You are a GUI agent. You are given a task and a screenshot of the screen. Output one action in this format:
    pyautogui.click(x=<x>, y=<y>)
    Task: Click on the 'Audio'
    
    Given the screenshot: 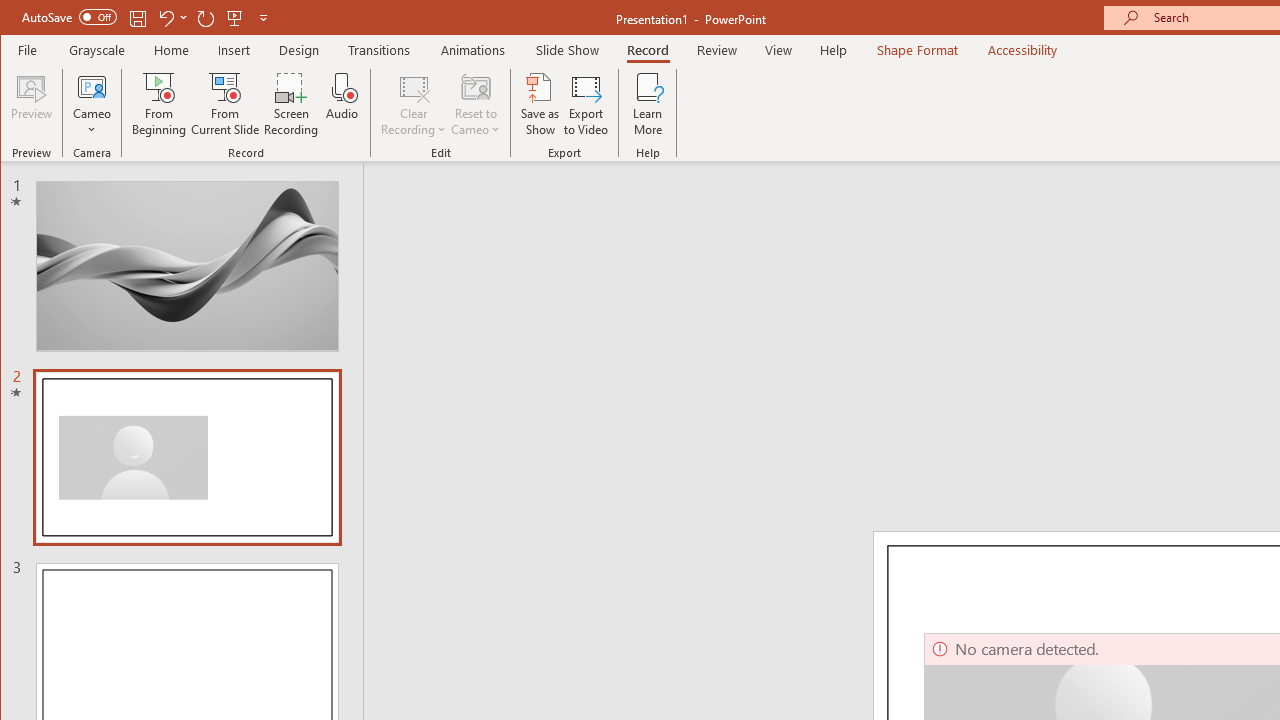 What is the action you would take?
    pyautogui.click(x=342, y=104)
    